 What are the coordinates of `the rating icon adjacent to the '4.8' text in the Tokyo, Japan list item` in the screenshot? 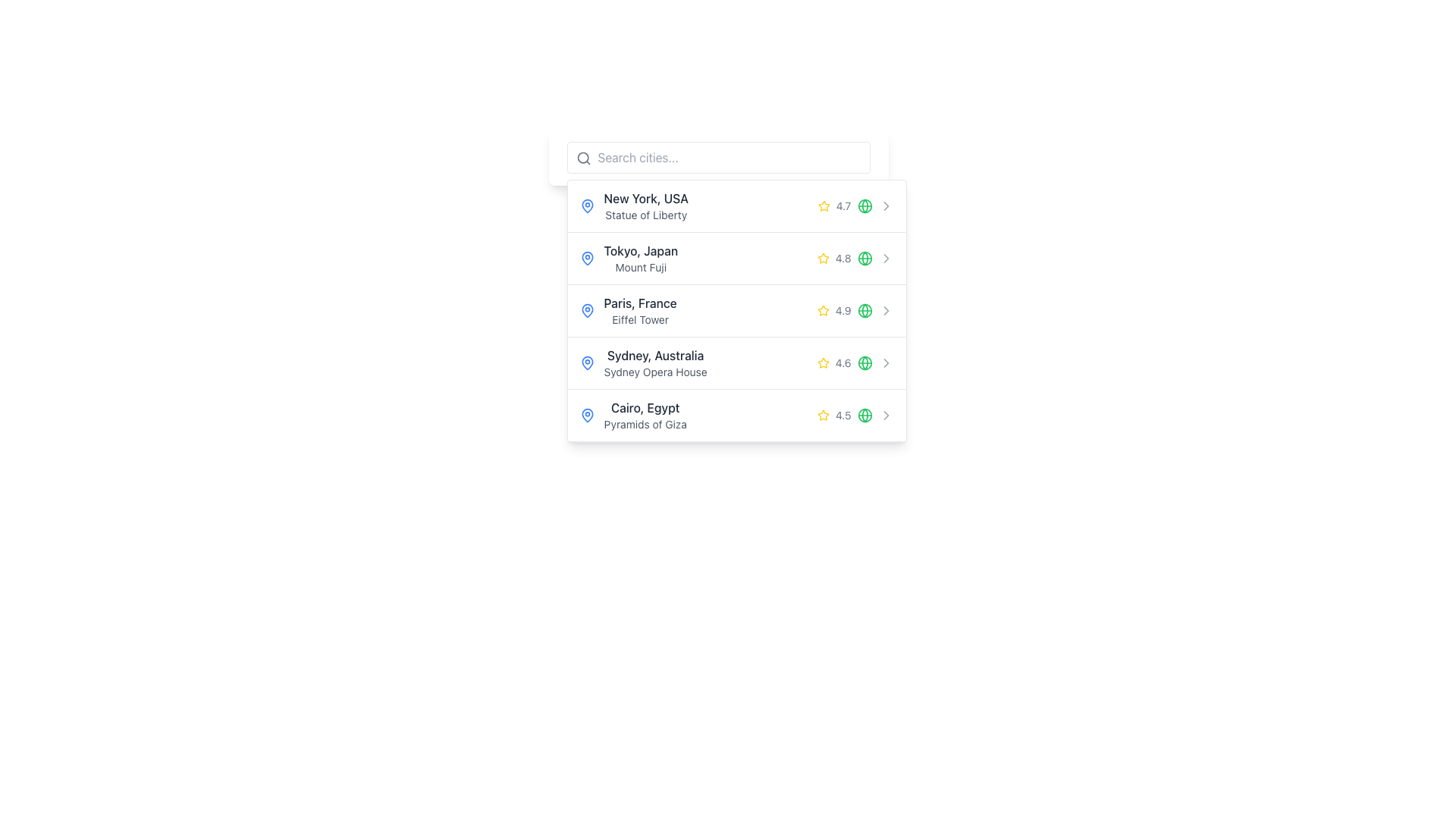 It's located at (822, 257).